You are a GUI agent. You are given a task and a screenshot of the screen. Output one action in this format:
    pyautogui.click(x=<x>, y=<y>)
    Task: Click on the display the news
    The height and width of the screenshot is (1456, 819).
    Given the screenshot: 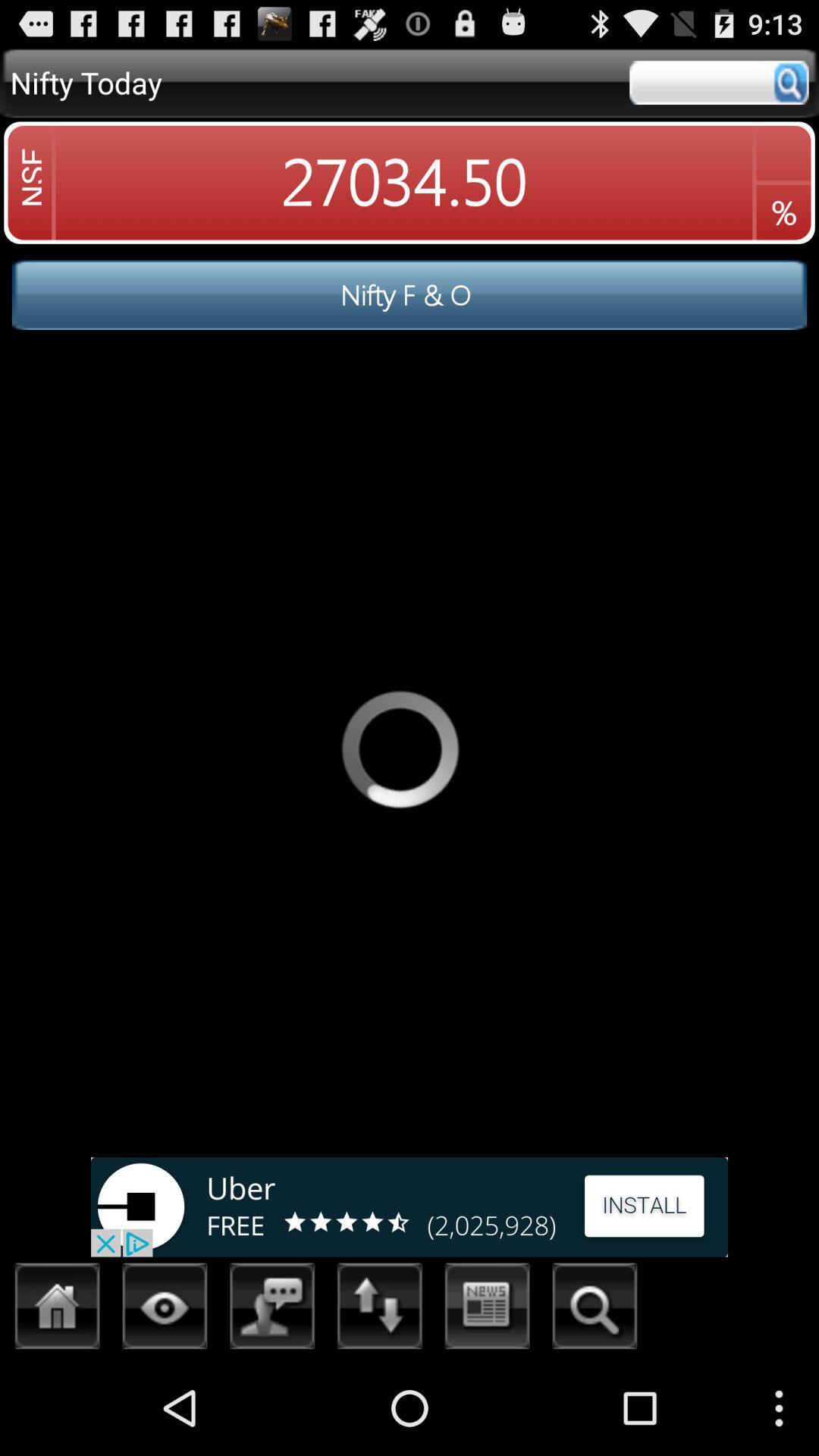 What is the action you would take?
    pyautogui.click(x=488, y=1310)
    